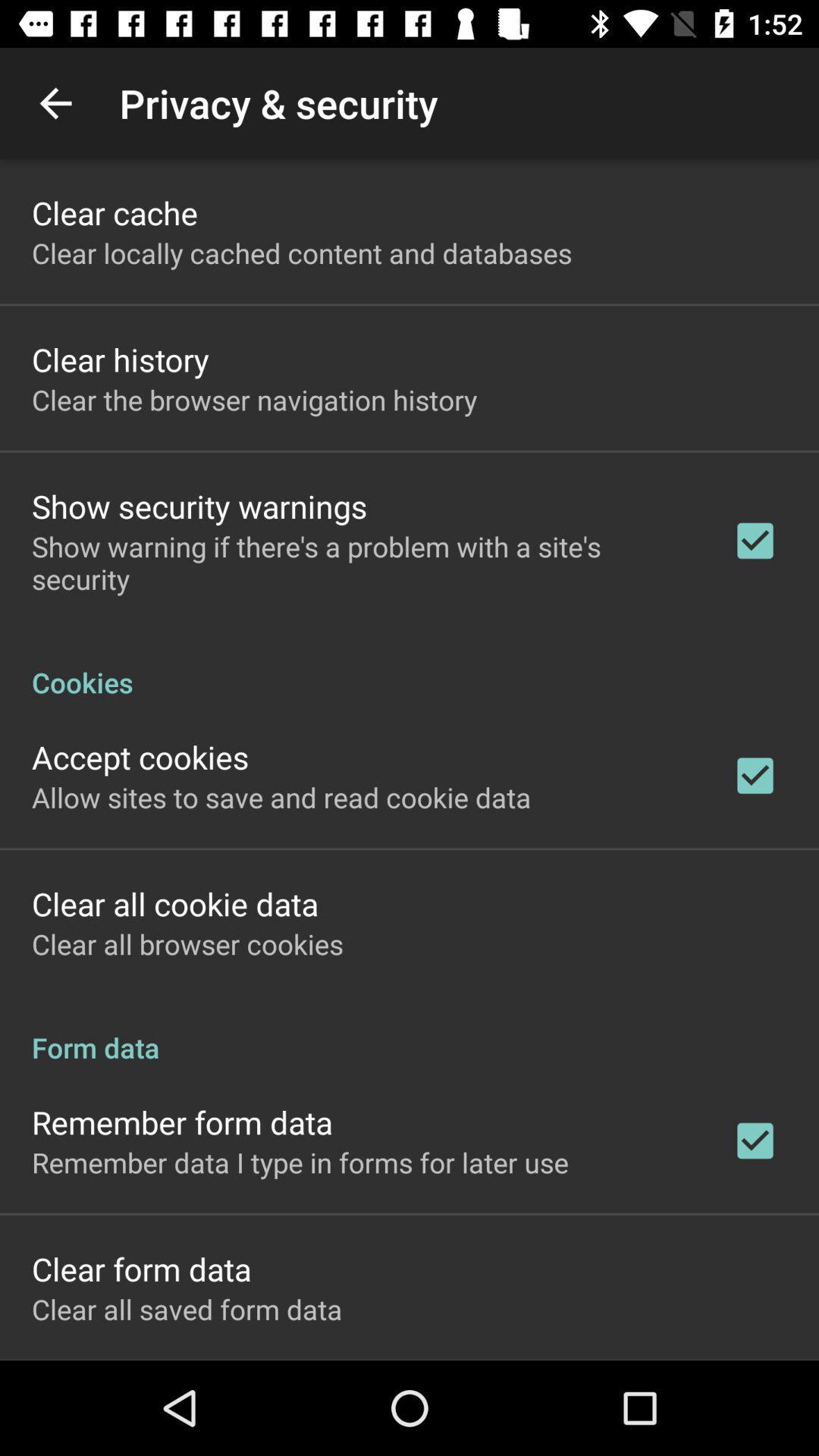 The image size is (819, 1456). What do you see at coordinates (362, 562) in the screenshot?
I see `the show warning if app` at bounding box center [362, 562].